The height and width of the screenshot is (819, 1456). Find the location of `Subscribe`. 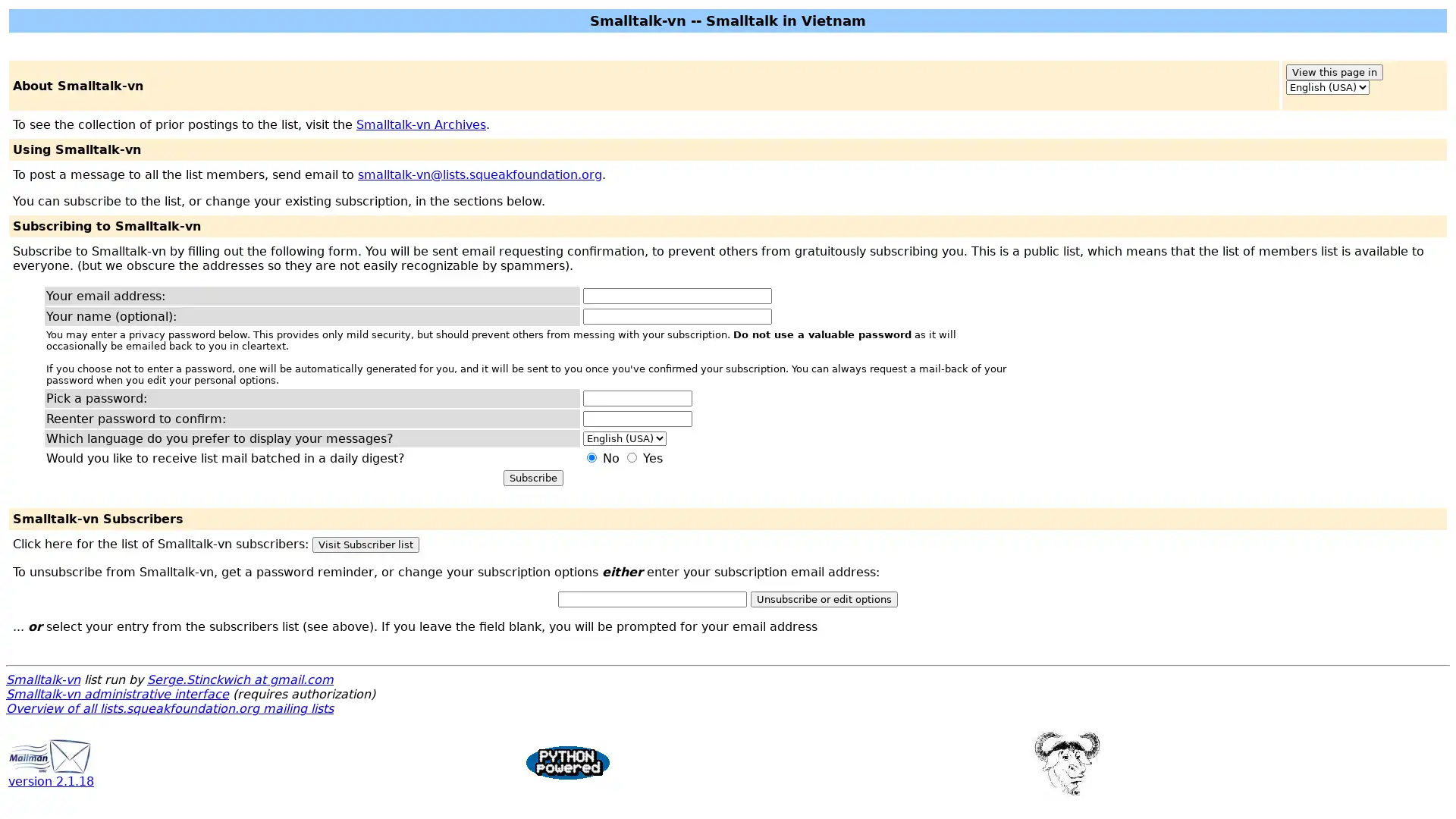

Subscribe is located at coordinates (532, 478).